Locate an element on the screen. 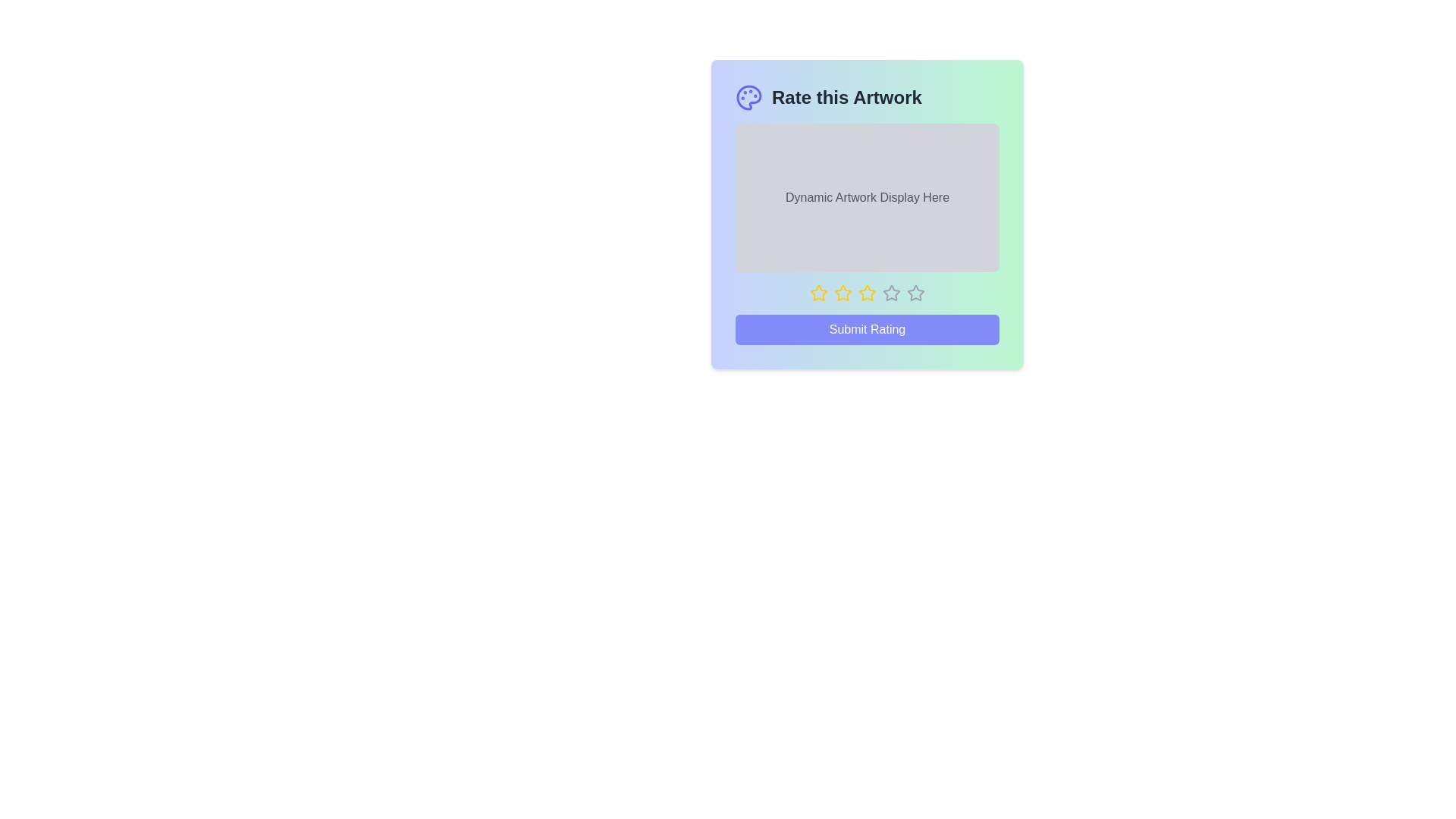  the star corresponding to the desired rating 3 is located at coordinates (867, 293).